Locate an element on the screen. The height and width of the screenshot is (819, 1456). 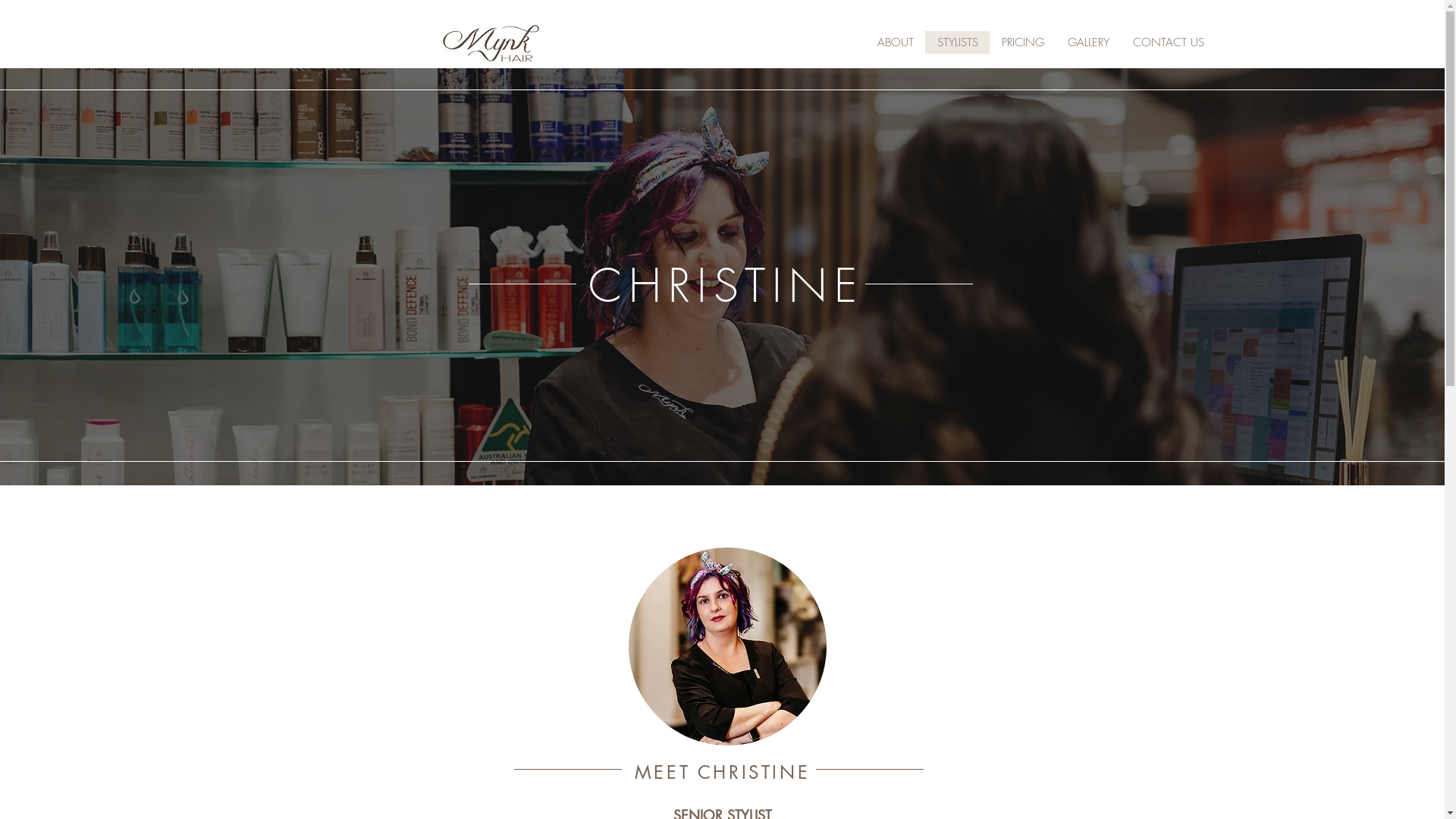
'ABOUT' is located at coordinates (895, 42).